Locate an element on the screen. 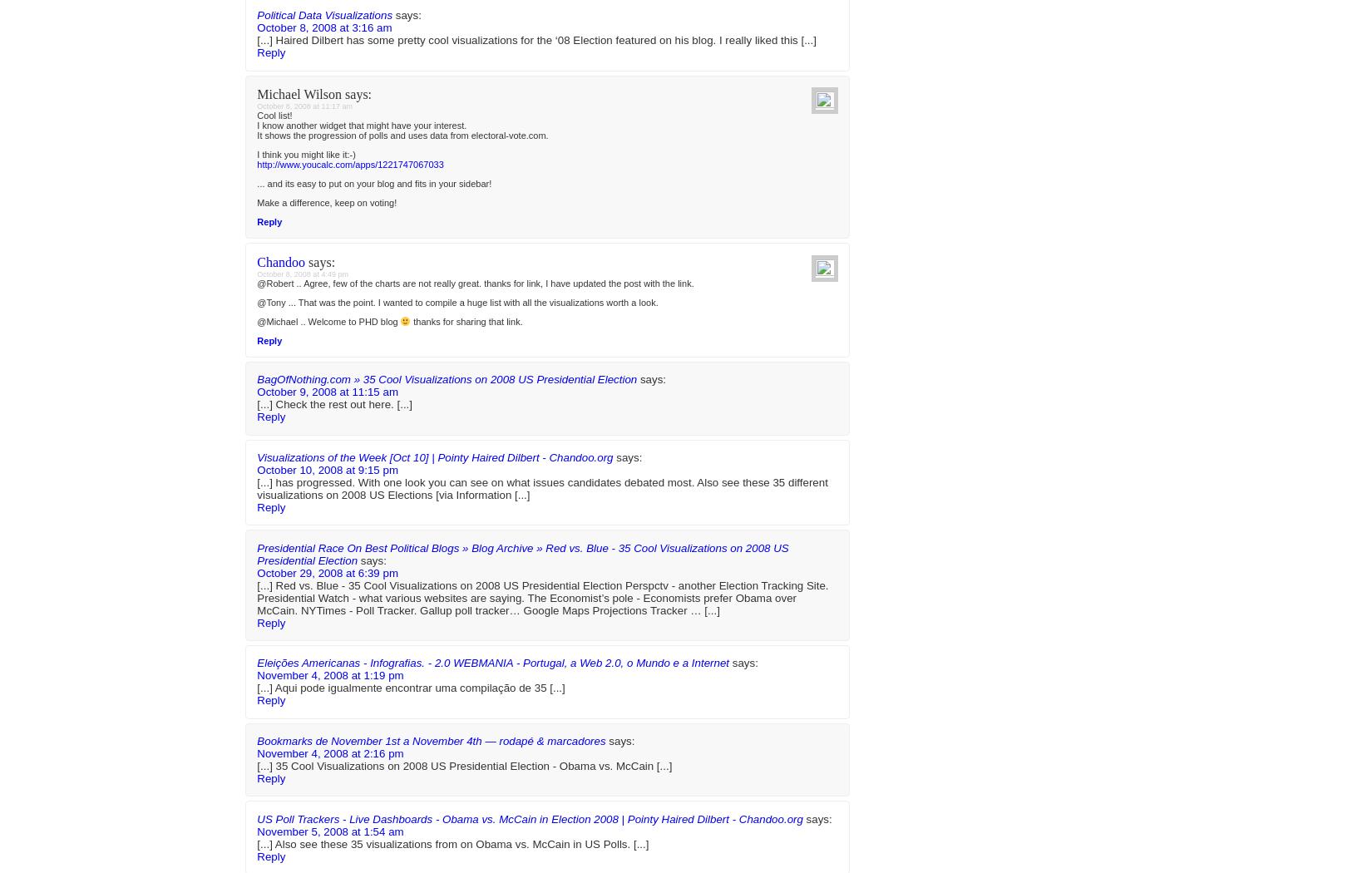  'Michael Wilson' is located at coordinates (299, 663).